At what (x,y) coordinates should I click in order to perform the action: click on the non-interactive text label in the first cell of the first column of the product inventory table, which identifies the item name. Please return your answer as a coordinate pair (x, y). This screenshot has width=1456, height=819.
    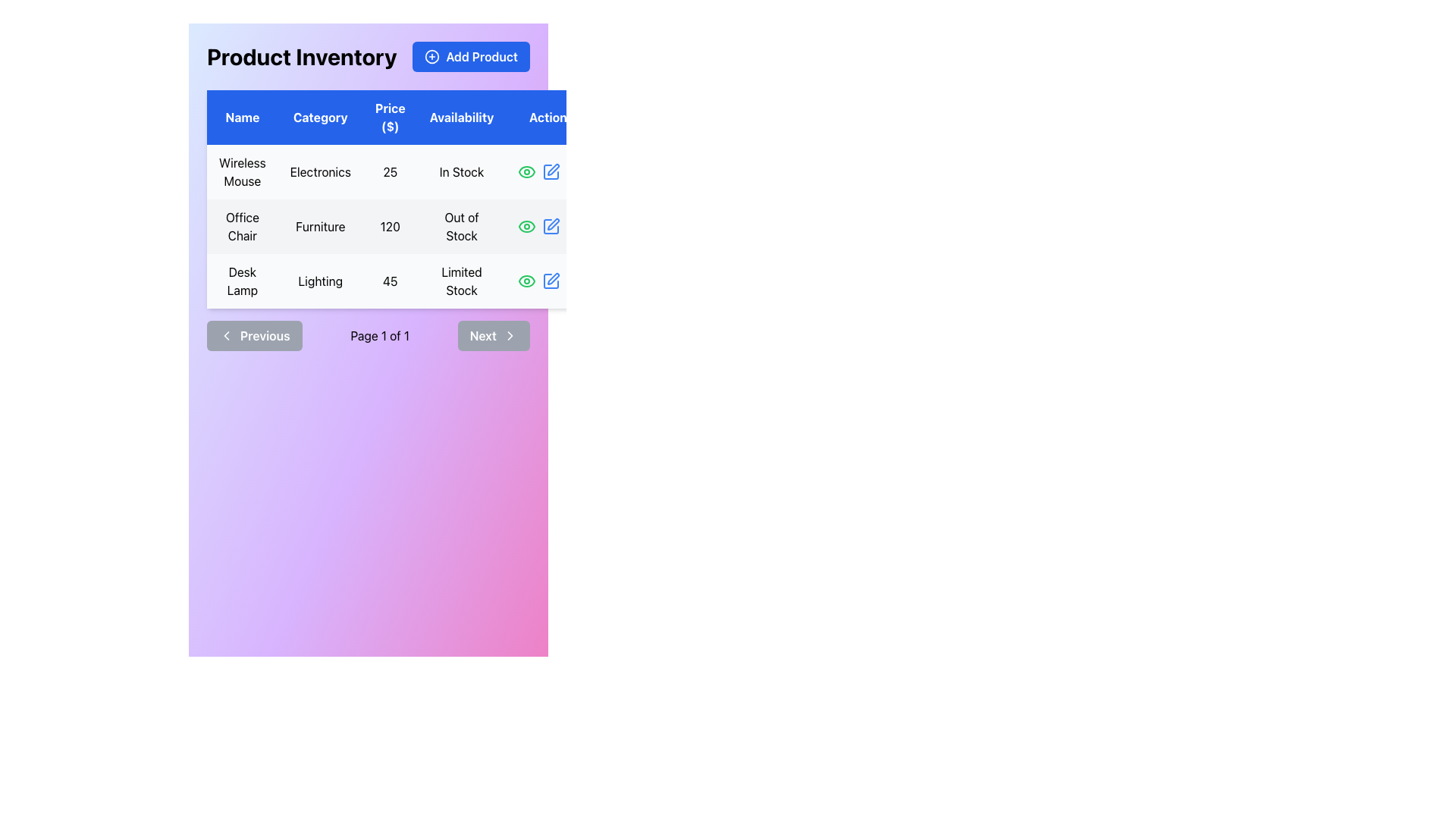
    Looking at the image, I should click on (241, 171).